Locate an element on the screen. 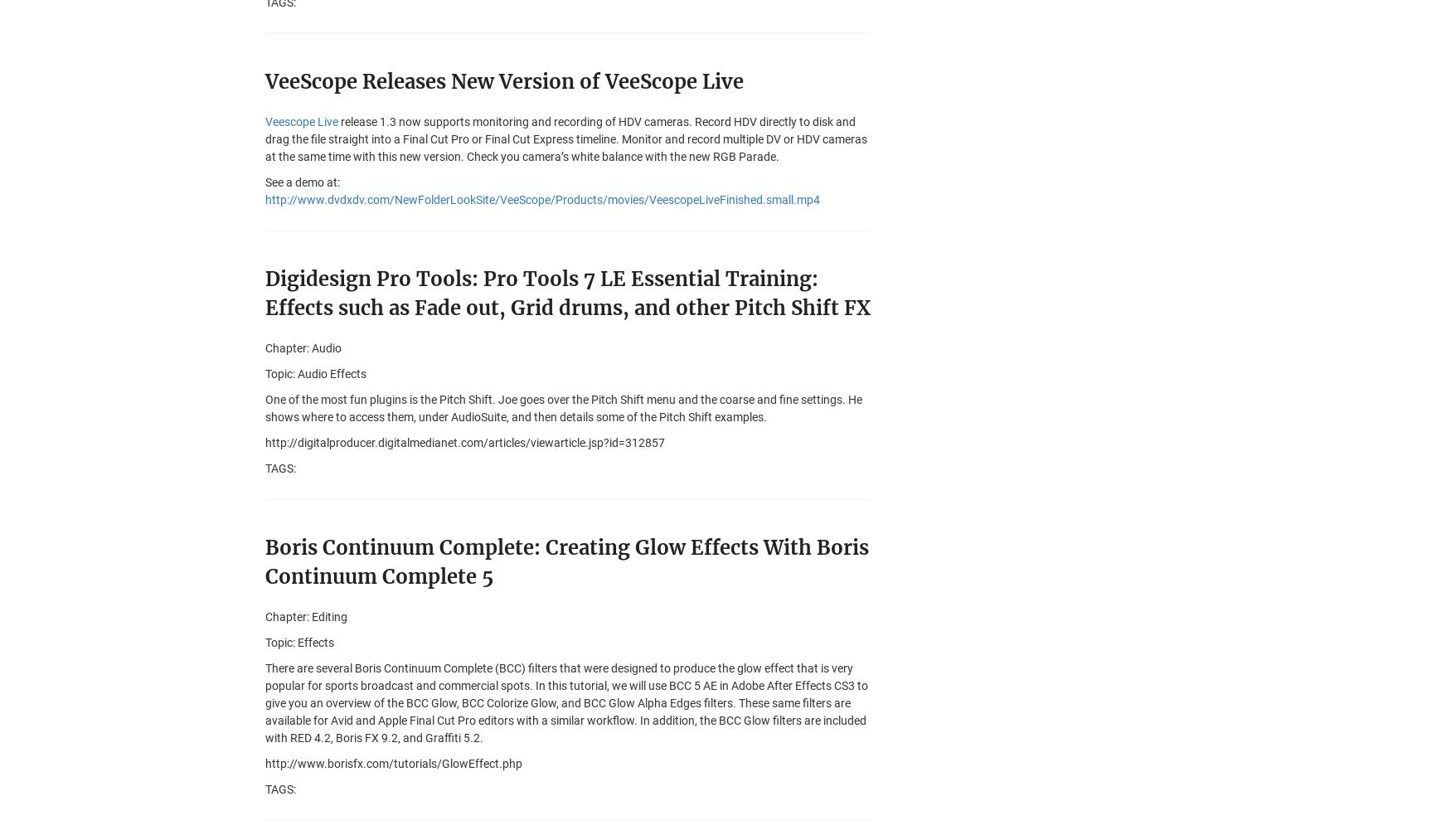 The image size is (1451, 840). 'http://www.dvdxdv.com/NewFolderLookSite/VeeScope/Products/movies/VeescopeLiveFinished.small.mp4' is located at coordinates (541, 197).